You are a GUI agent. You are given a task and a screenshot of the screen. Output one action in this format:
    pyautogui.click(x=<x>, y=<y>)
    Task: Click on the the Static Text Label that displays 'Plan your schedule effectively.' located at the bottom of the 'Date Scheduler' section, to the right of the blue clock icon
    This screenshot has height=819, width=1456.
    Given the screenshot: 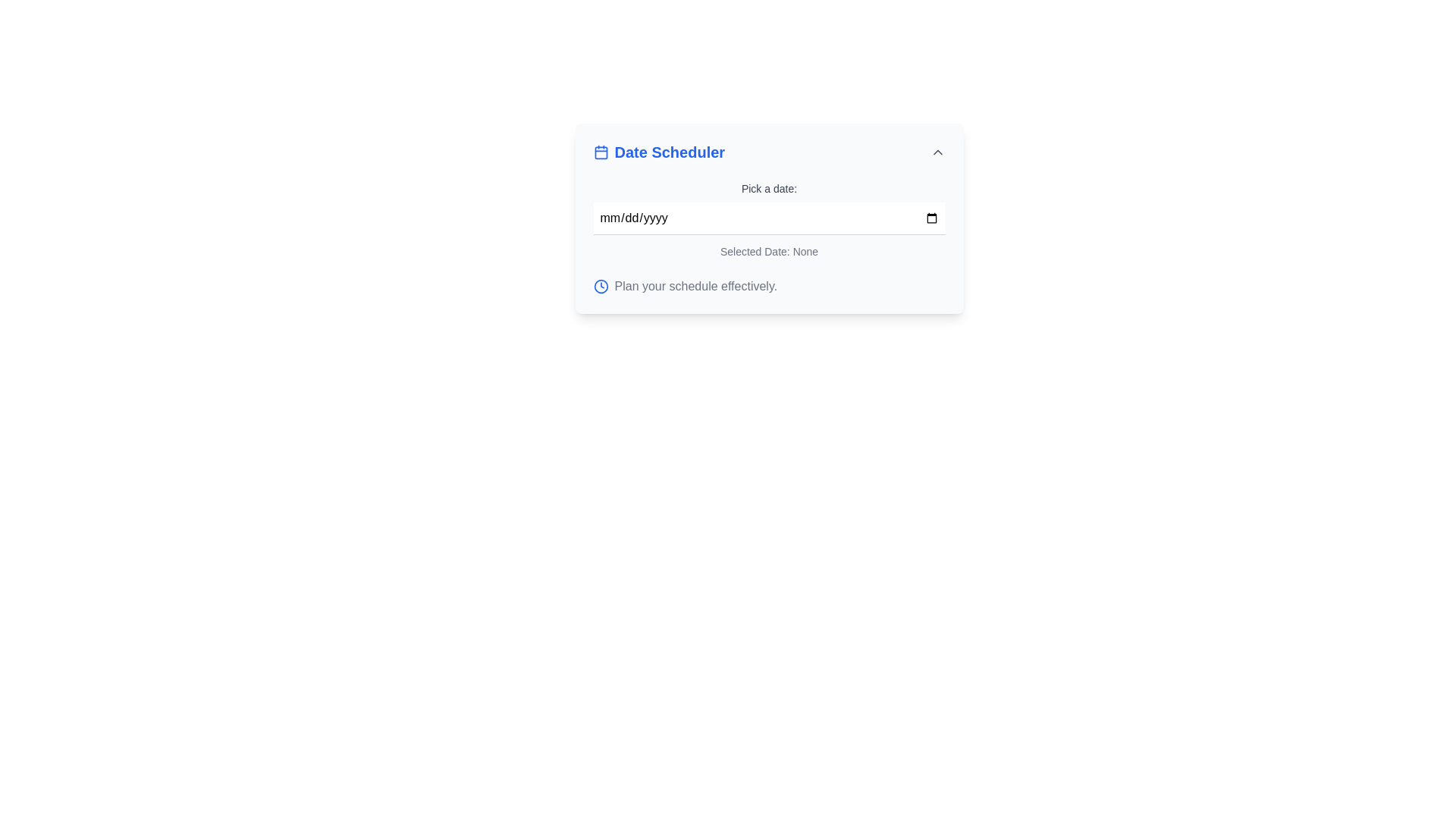 What is the action you would take?
    pyautogui.click(x=695, y=287)
    